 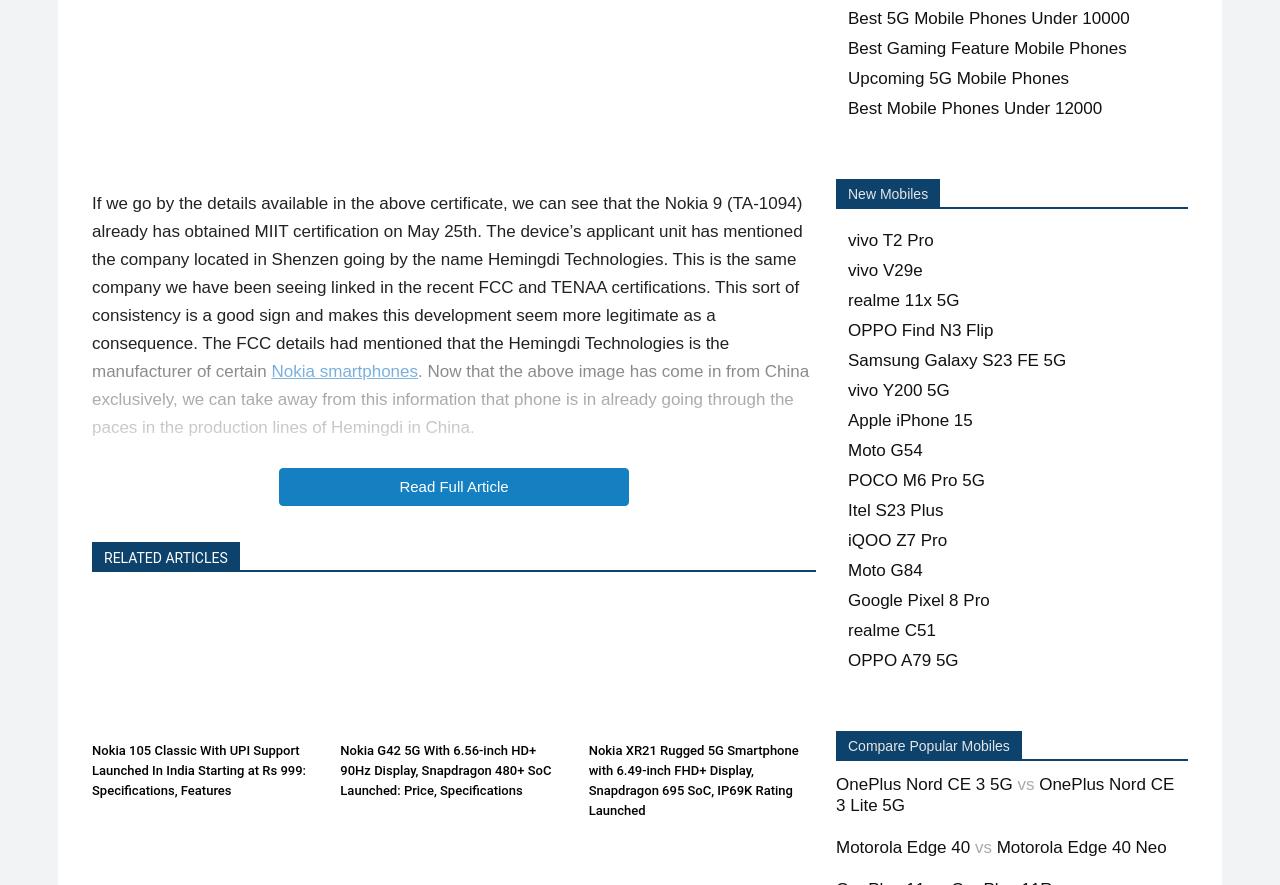 I want to click on 'OnePlus Nord CE 3 Lite 5G', so click(x=1005, y=793).